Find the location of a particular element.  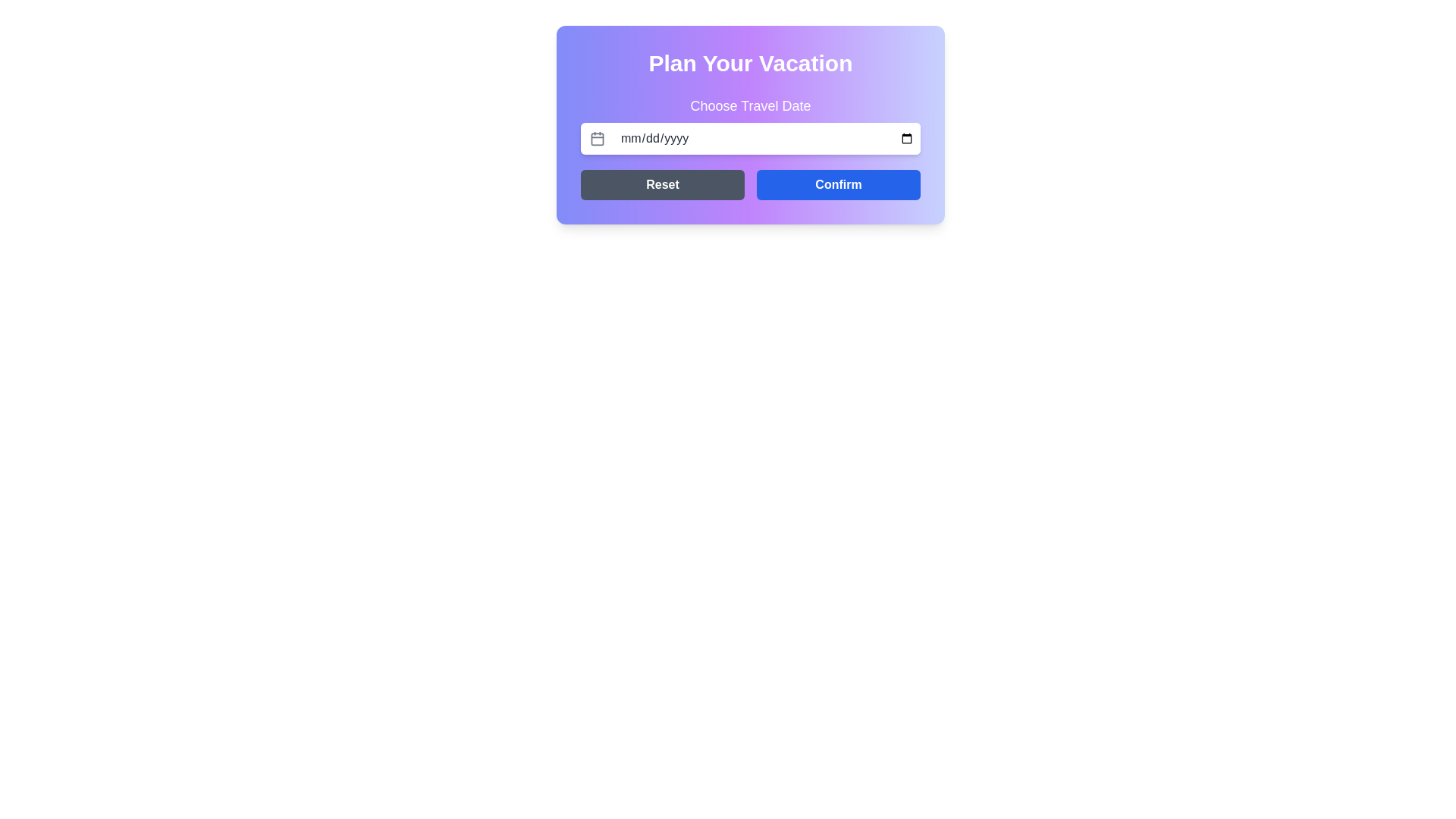

the calendar-shaped icon located on the left side of the date input field, which features a rectangular form with rounded edges and resembles the top of a calendar is located at coordinates (596, 138).